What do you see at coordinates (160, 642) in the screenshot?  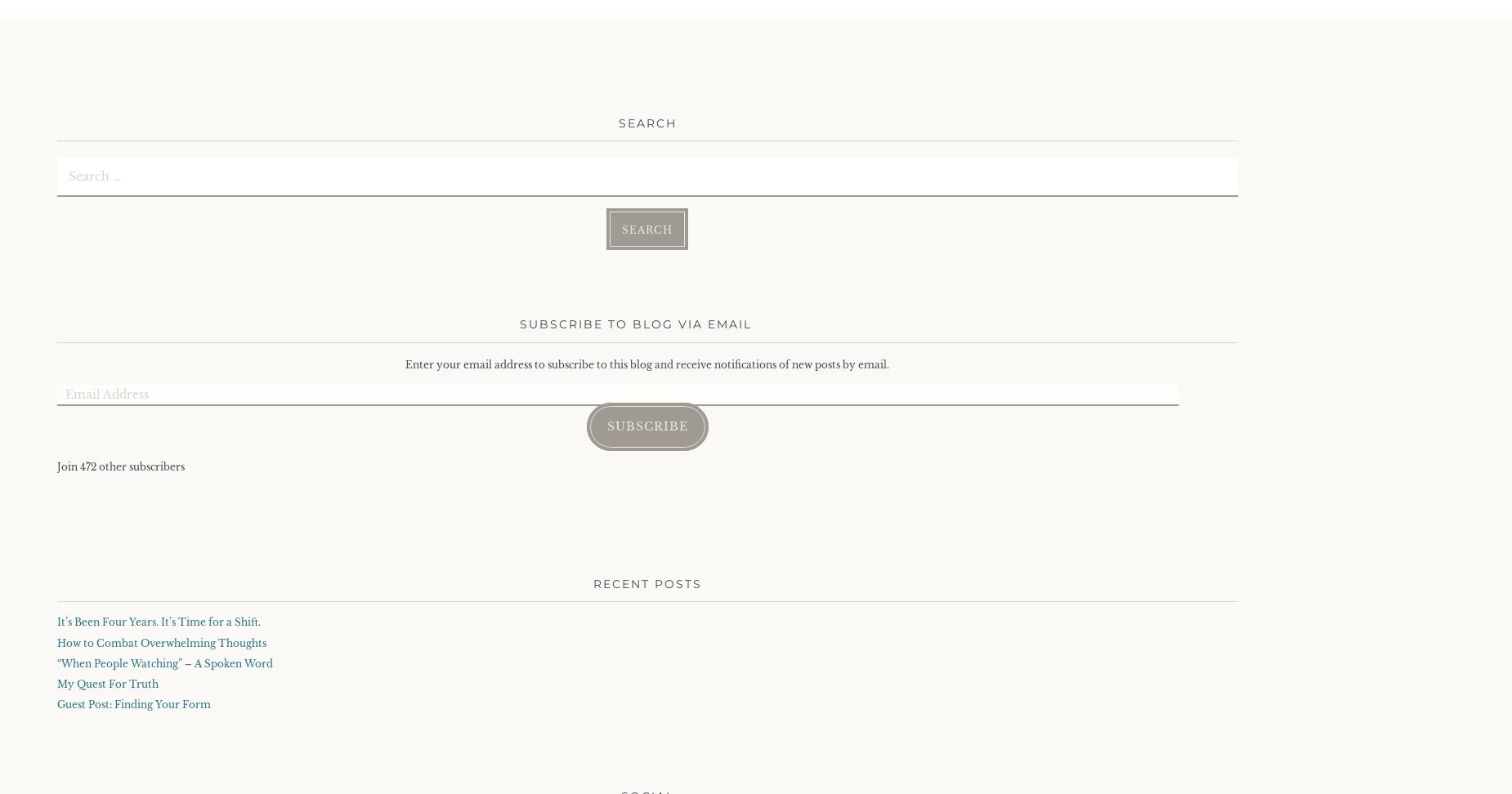 I see `'How to Combat Overwhelming Thoughts'` at bounding box center [160, 642].